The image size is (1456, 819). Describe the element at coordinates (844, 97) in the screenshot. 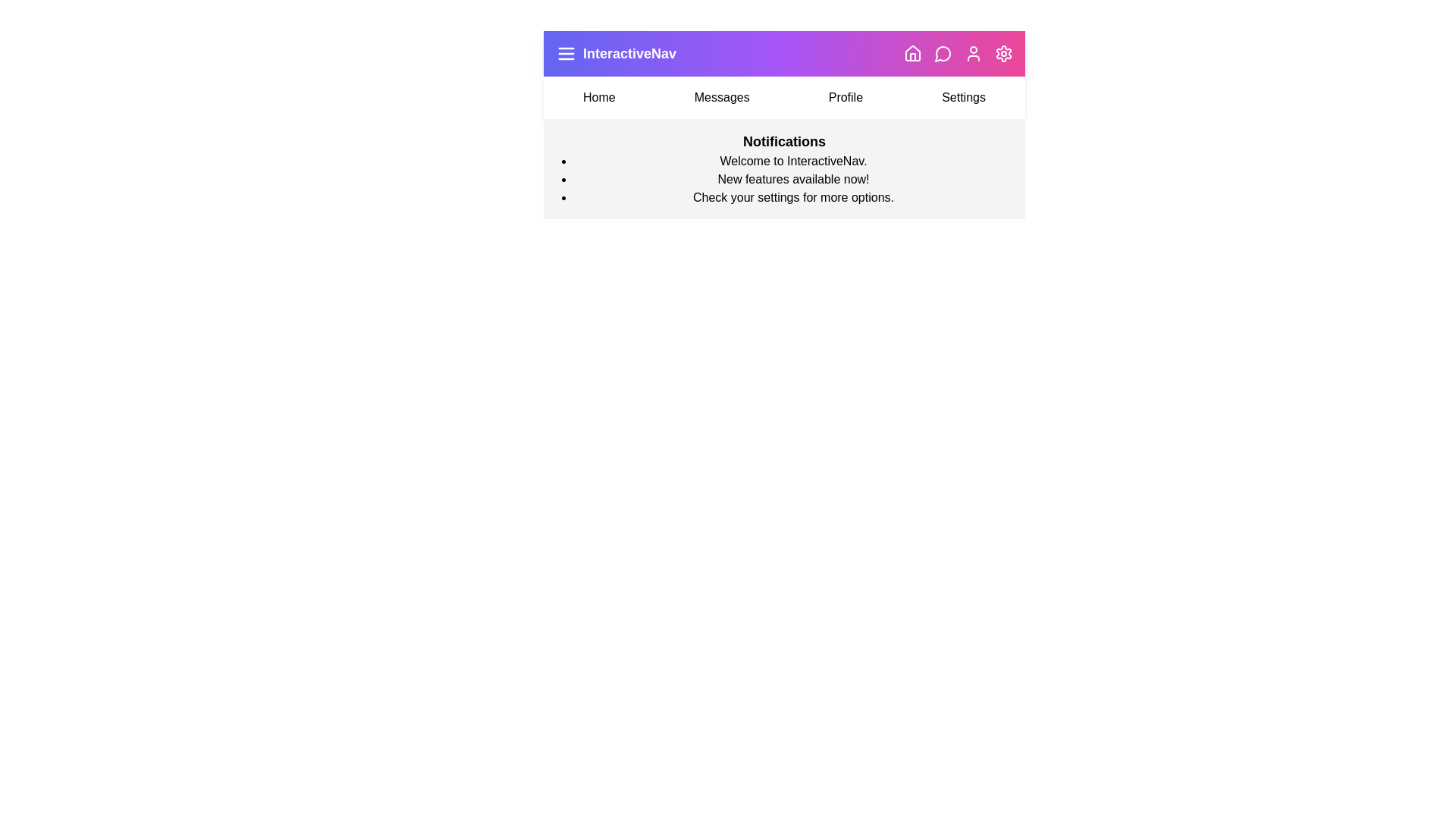

I see `the menu item Profile to navigate to the respective section` at that location.